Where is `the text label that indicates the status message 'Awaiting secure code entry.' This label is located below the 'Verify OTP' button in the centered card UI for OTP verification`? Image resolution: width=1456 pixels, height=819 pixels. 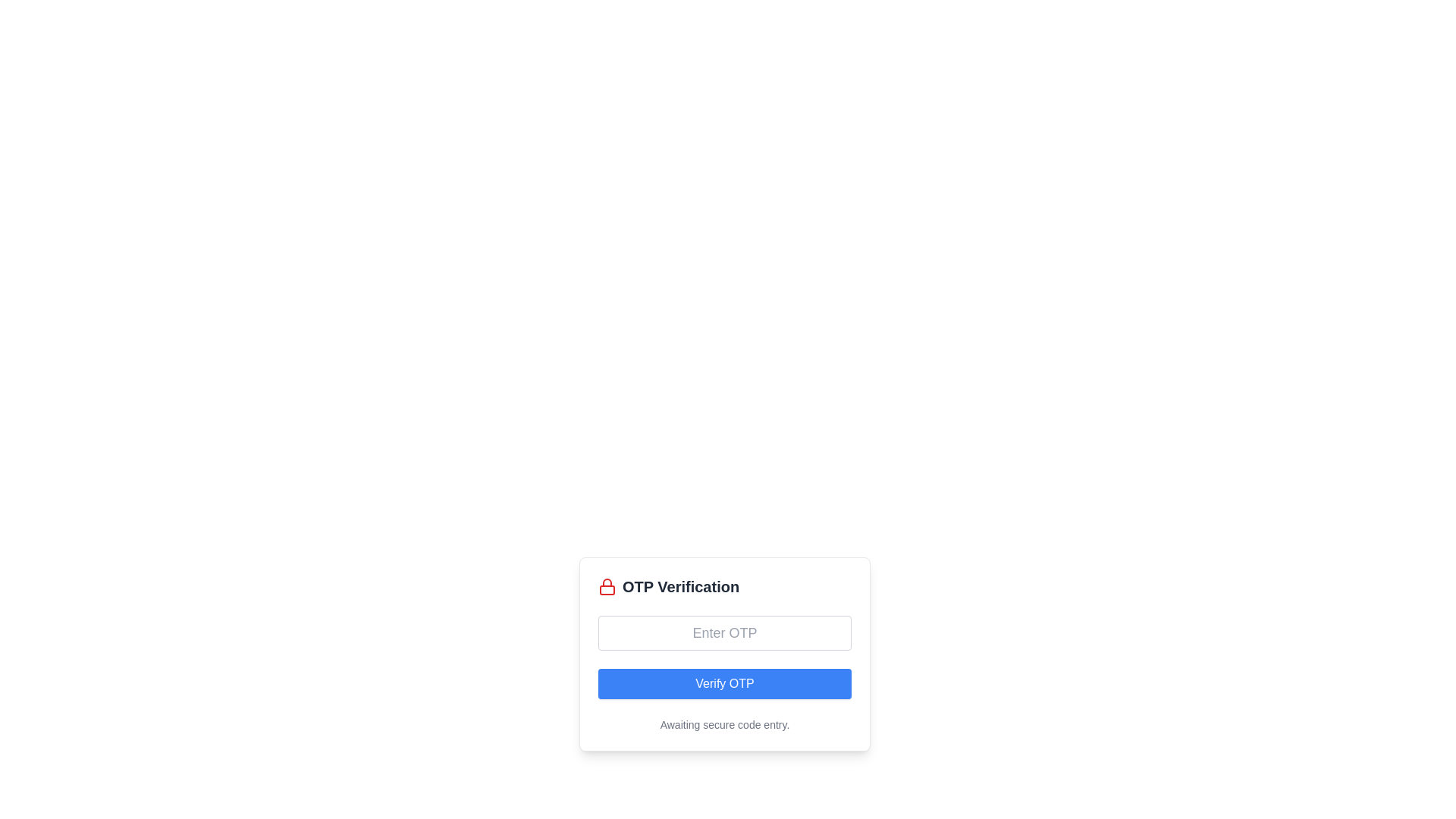
the text label that indicates the status message 'Awaiting secure code entry.' This label is located below the 'Verify OTP' button in the centered card UI for OTP verification is located at coordinates (723, 724).